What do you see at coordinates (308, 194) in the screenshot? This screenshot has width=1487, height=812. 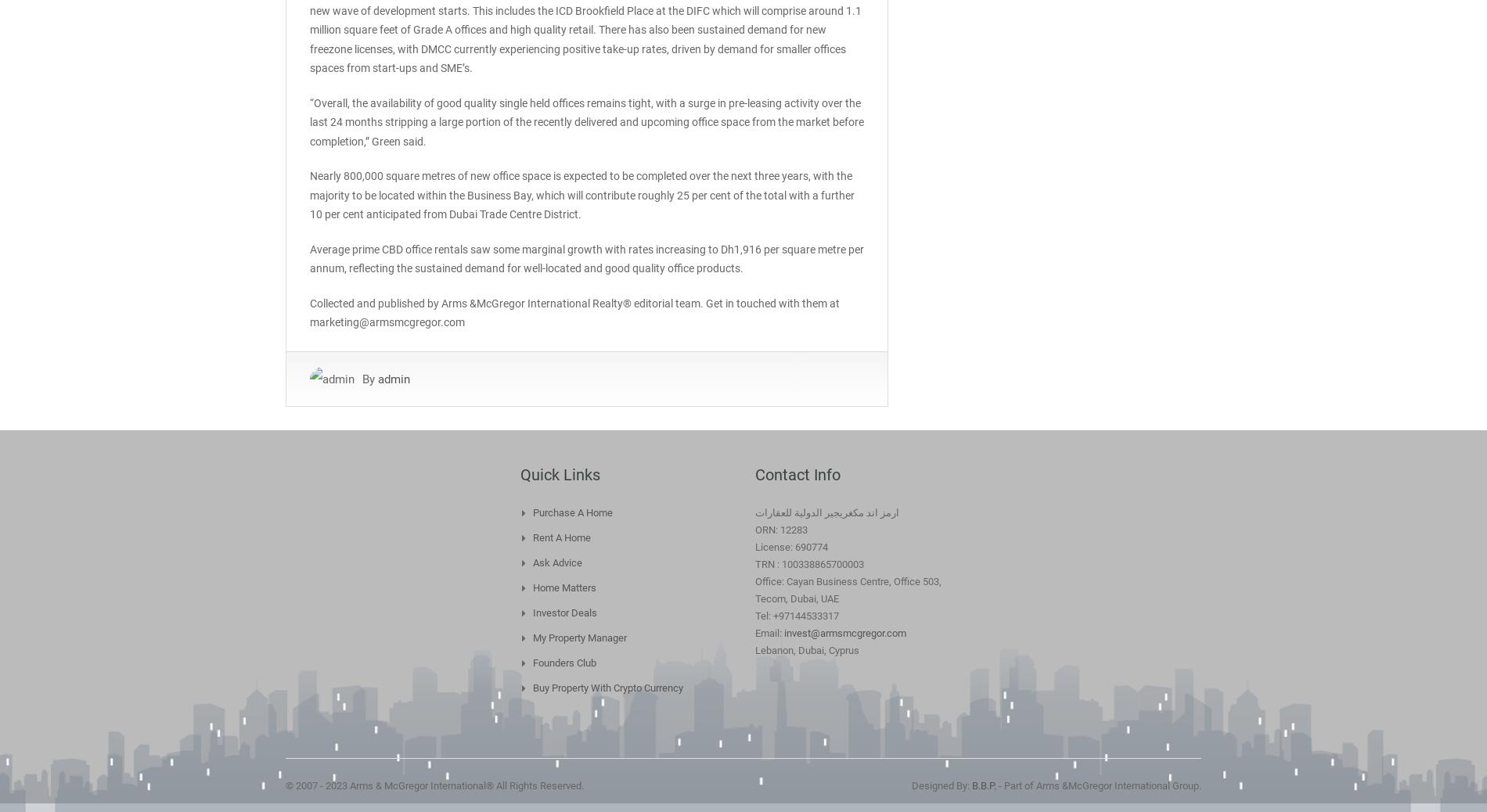 I see `'Nearly 800,000 square metres of new office space is expected to be completed over the next three years, with the majority to be located within the Business Bay, which will contribute roughly 25 per cent of the total with a further 10 per cent anticipated from Dubai Trade Centre District.'` at bounding box center [308, 194].